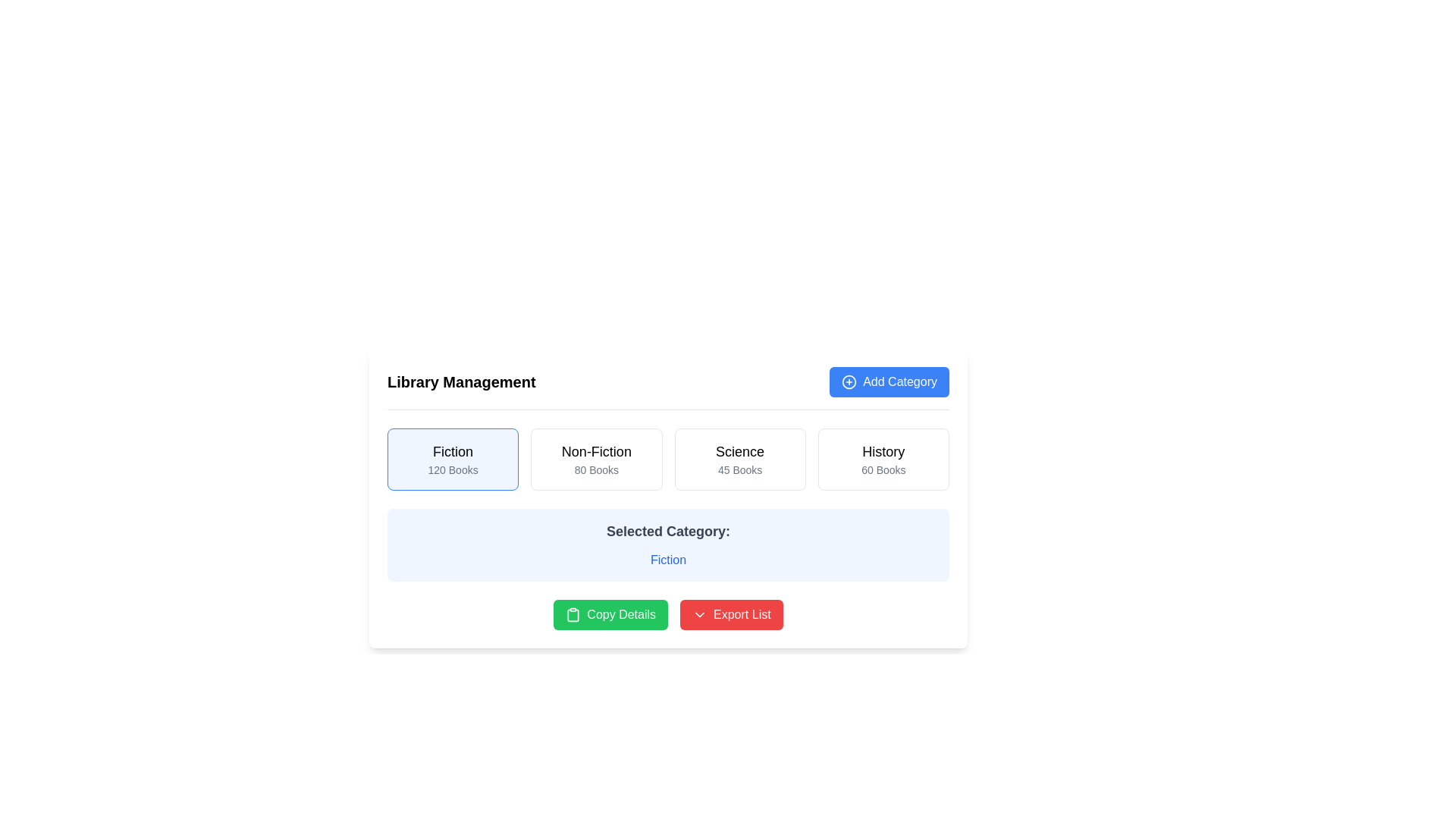 The image size is (1456, 819). Describe the element at coordinates (573, 614) in the screenshot. I see `the clipboard icon that symbolizes the 'Copy' action, located to the left of the 'Copy Details' text within a green rounded rectangle button` at that location.